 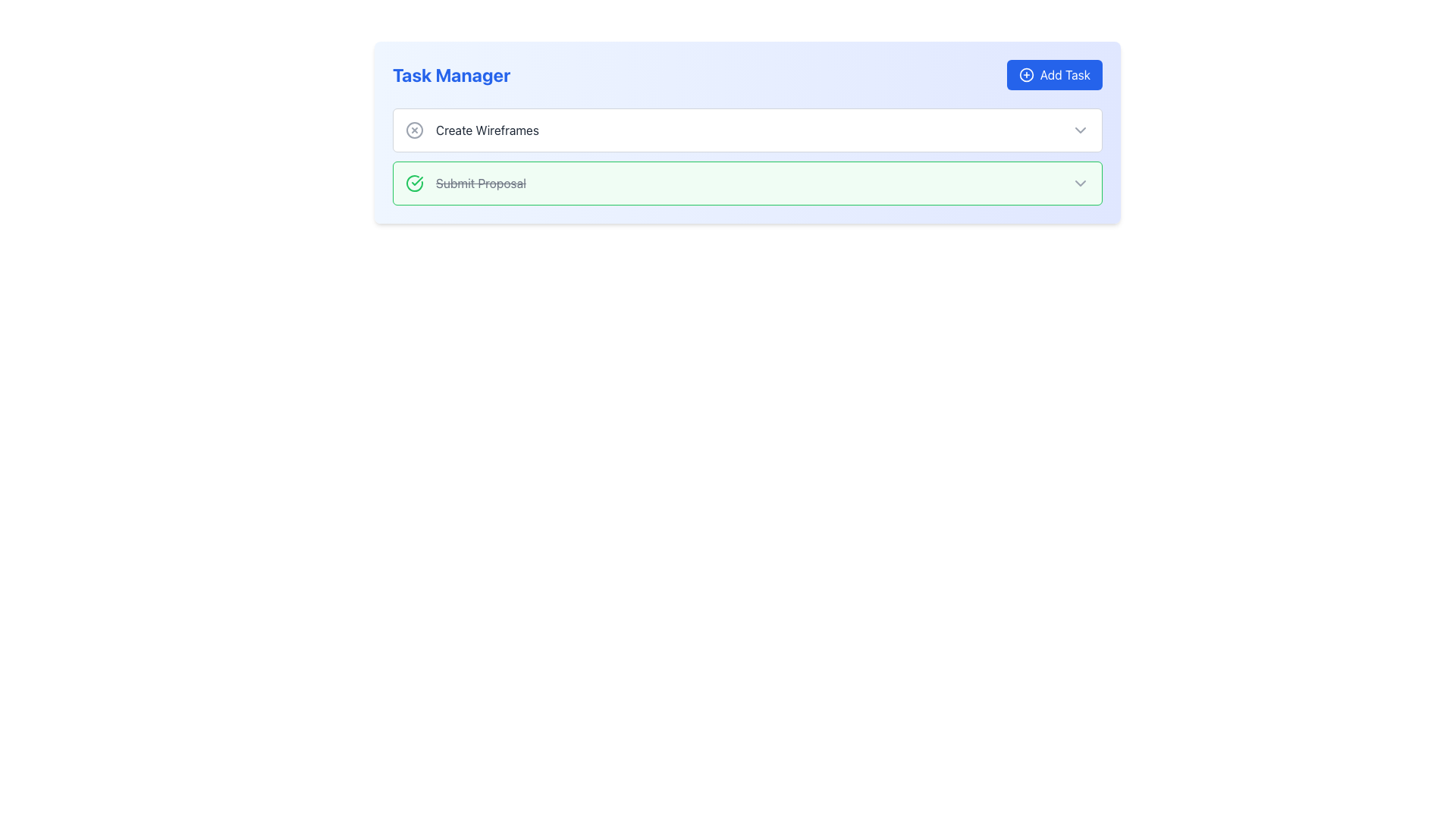 I want to click on the green circular status icon with a checkmark inside, located next to the 'Submit Proposal' task in the 'Task Manager' section, so click(x=415, y=183).